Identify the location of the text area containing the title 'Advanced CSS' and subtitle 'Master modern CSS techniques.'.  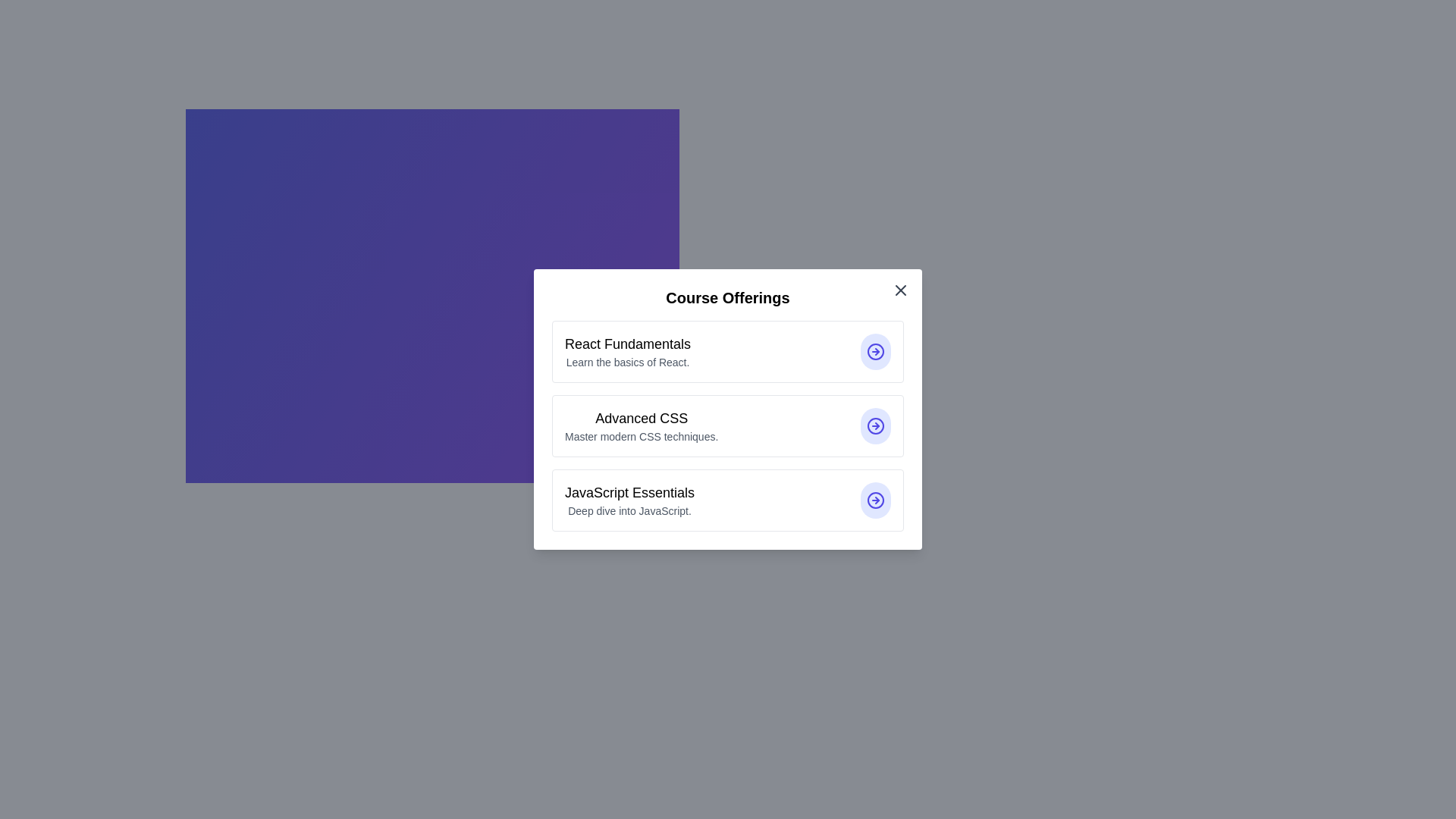
(642, 426).